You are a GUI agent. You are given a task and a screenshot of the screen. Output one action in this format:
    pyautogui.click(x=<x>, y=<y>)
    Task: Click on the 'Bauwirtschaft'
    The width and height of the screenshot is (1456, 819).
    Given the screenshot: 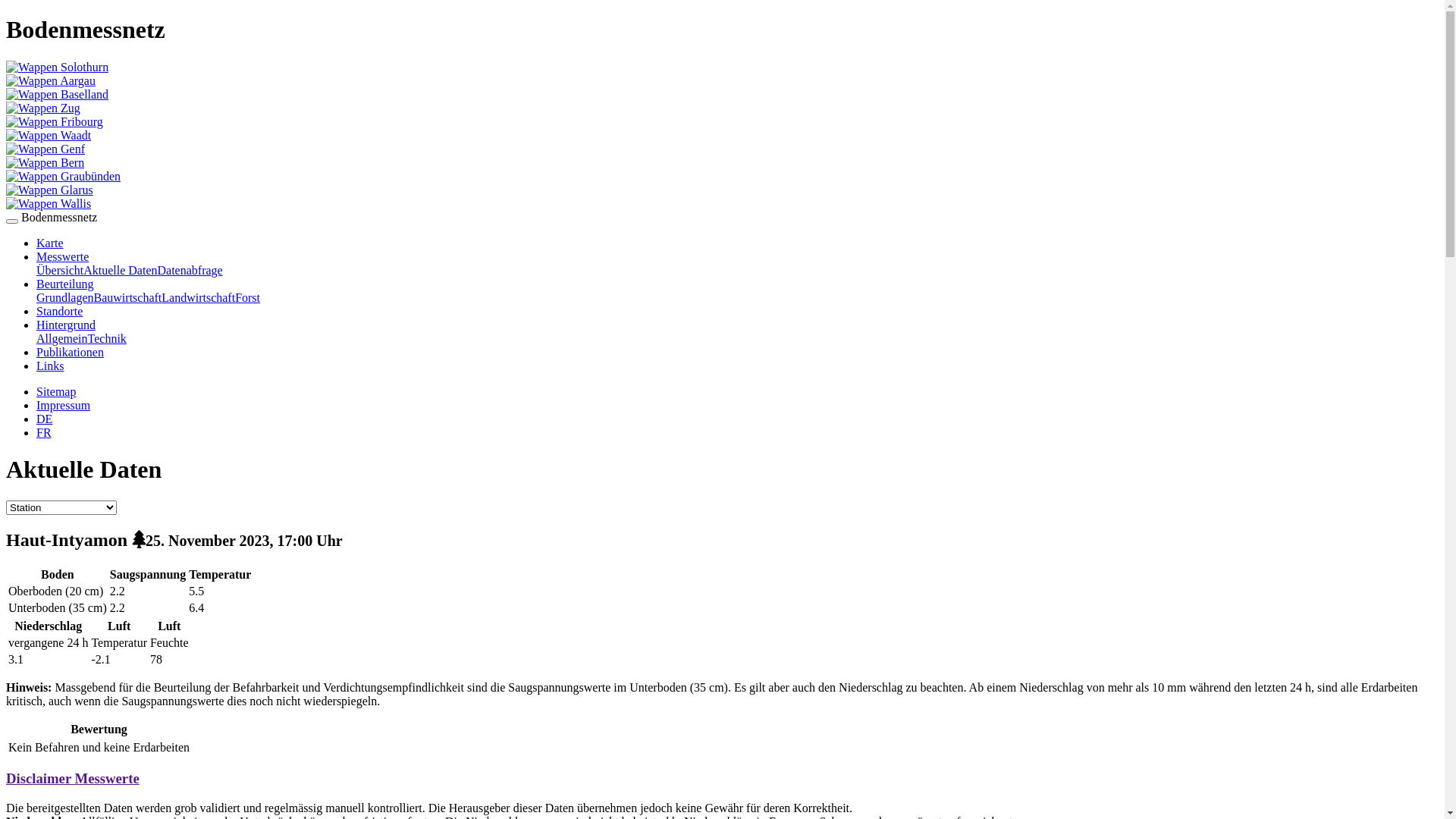 What is the action you would take?
    pyautogui.click(x=93, y=297)
    